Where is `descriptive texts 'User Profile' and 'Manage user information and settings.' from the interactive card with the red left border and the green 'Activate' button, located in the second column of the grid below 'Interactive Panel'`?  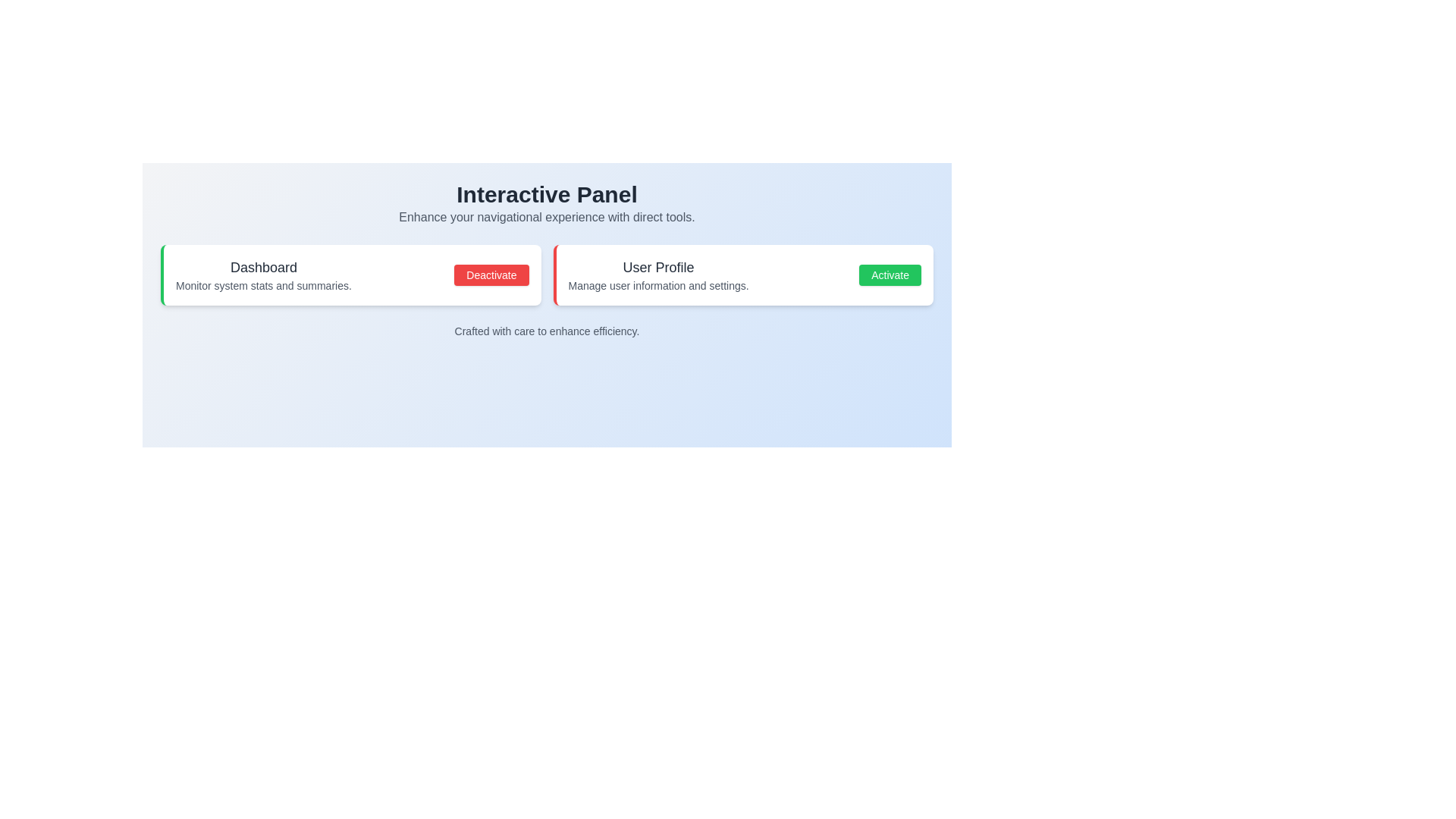 descriptive texts 'User Profile' and 'Manage user information and settings.' from the interactive card with the red left border and the green 'Activate' button, located in the second column of the grid below 'Interactive Panel' is located at coordinates (743, 275).